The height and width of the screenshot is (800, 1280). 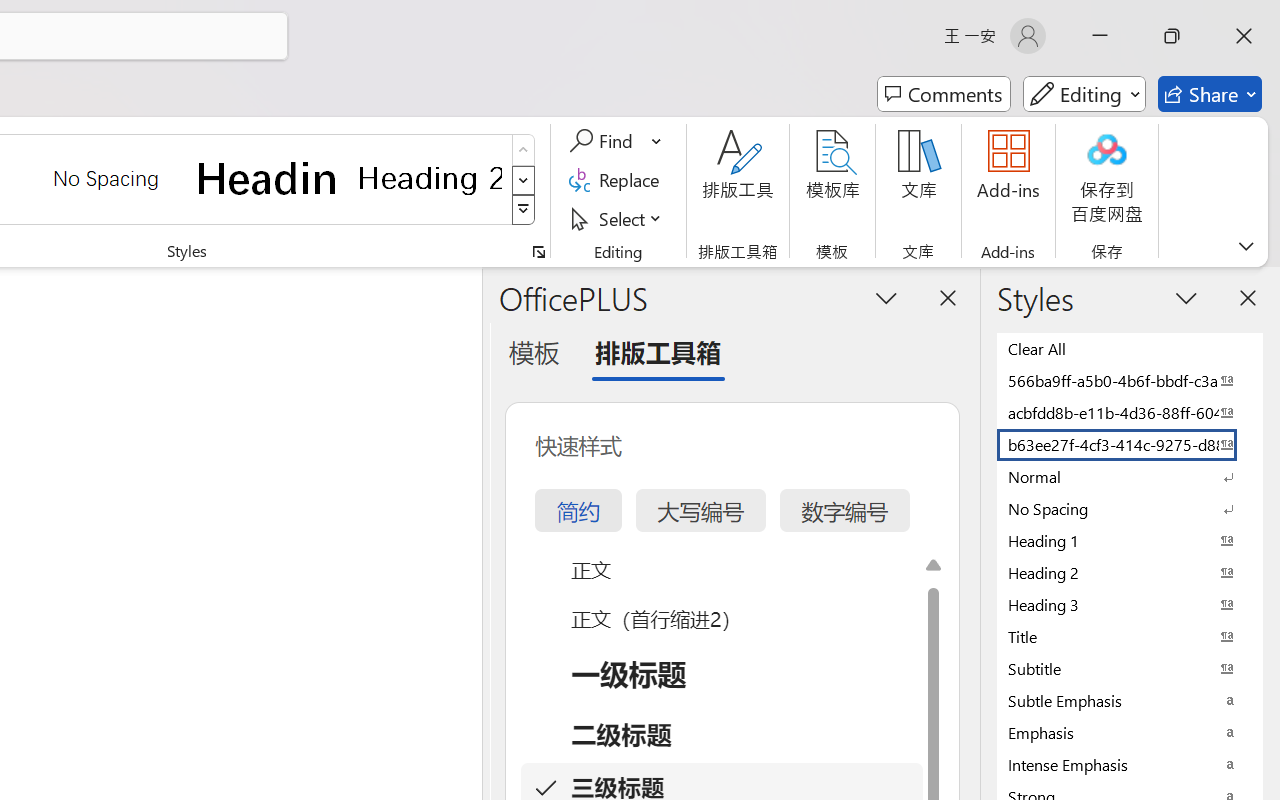 What do you see at coordinates (1130, 379) in the screenshot?
I see `'566ba9ff-a5b0-4b6f-bbdf-c3ab41993fc2'` at bounding box center [1130, 379].